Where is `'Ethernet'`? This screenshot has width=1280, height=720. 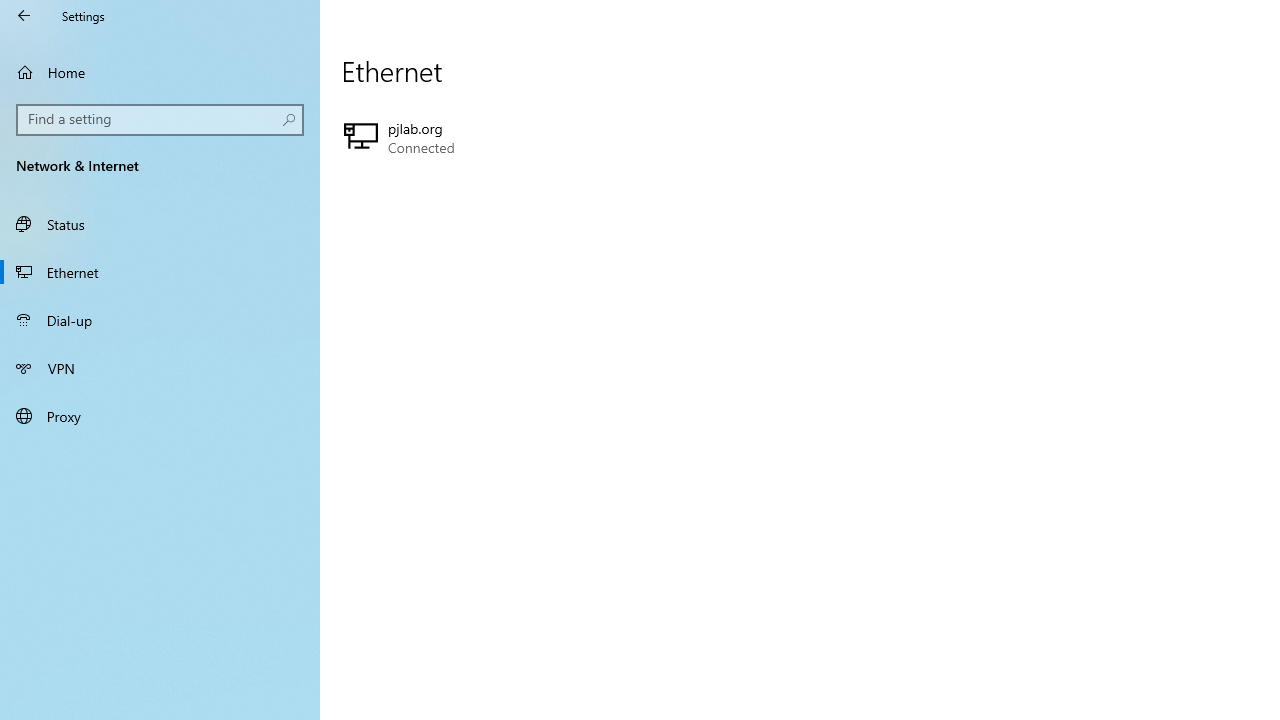 'Ethernet' is located at coordinates (160, 271).